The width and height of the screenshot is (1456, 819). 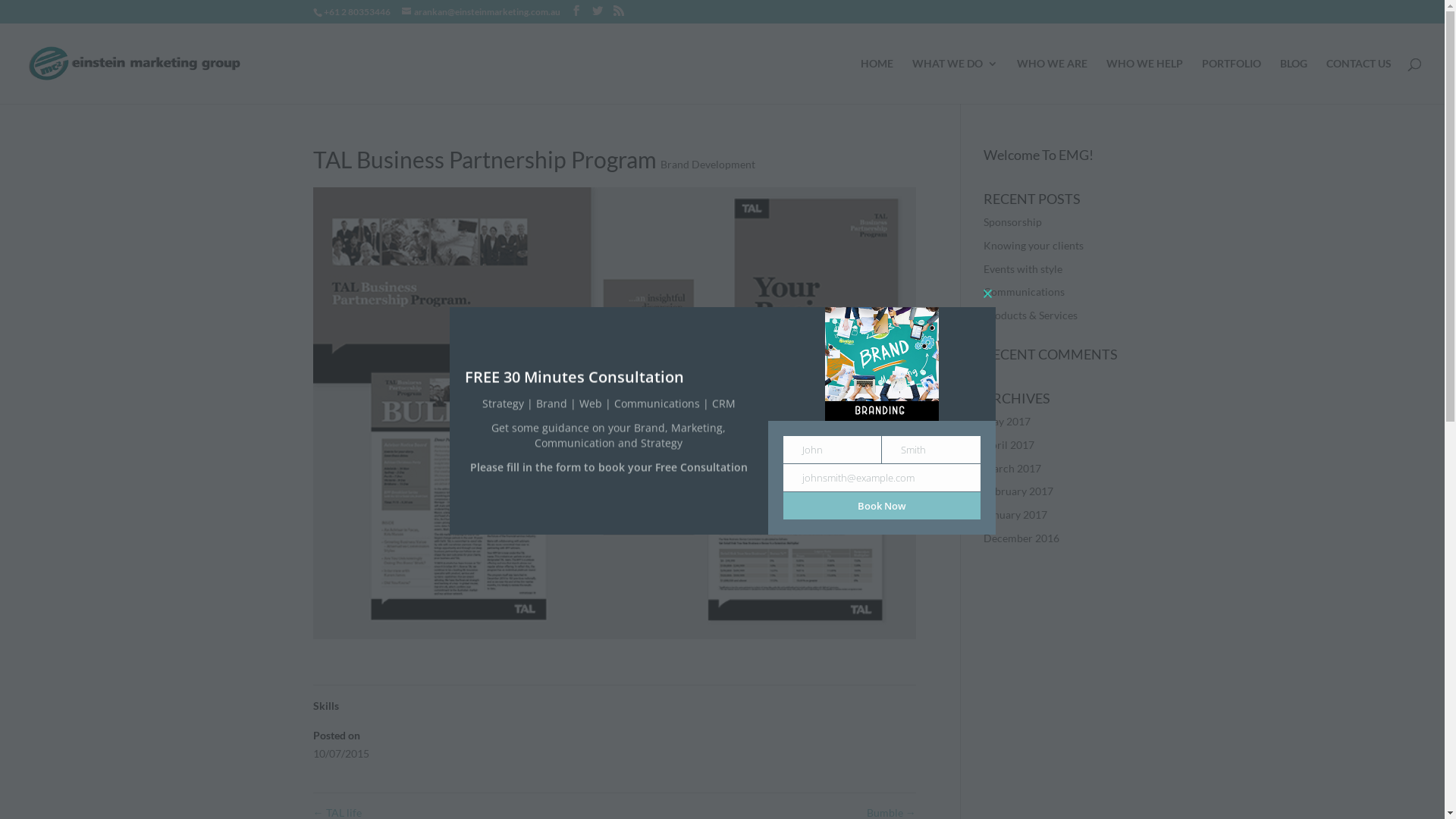 What do you see at coordinates (1231, 81) in the screenshot?
I see `'PORTFOLIO'` at bounding box center [1231, 81].